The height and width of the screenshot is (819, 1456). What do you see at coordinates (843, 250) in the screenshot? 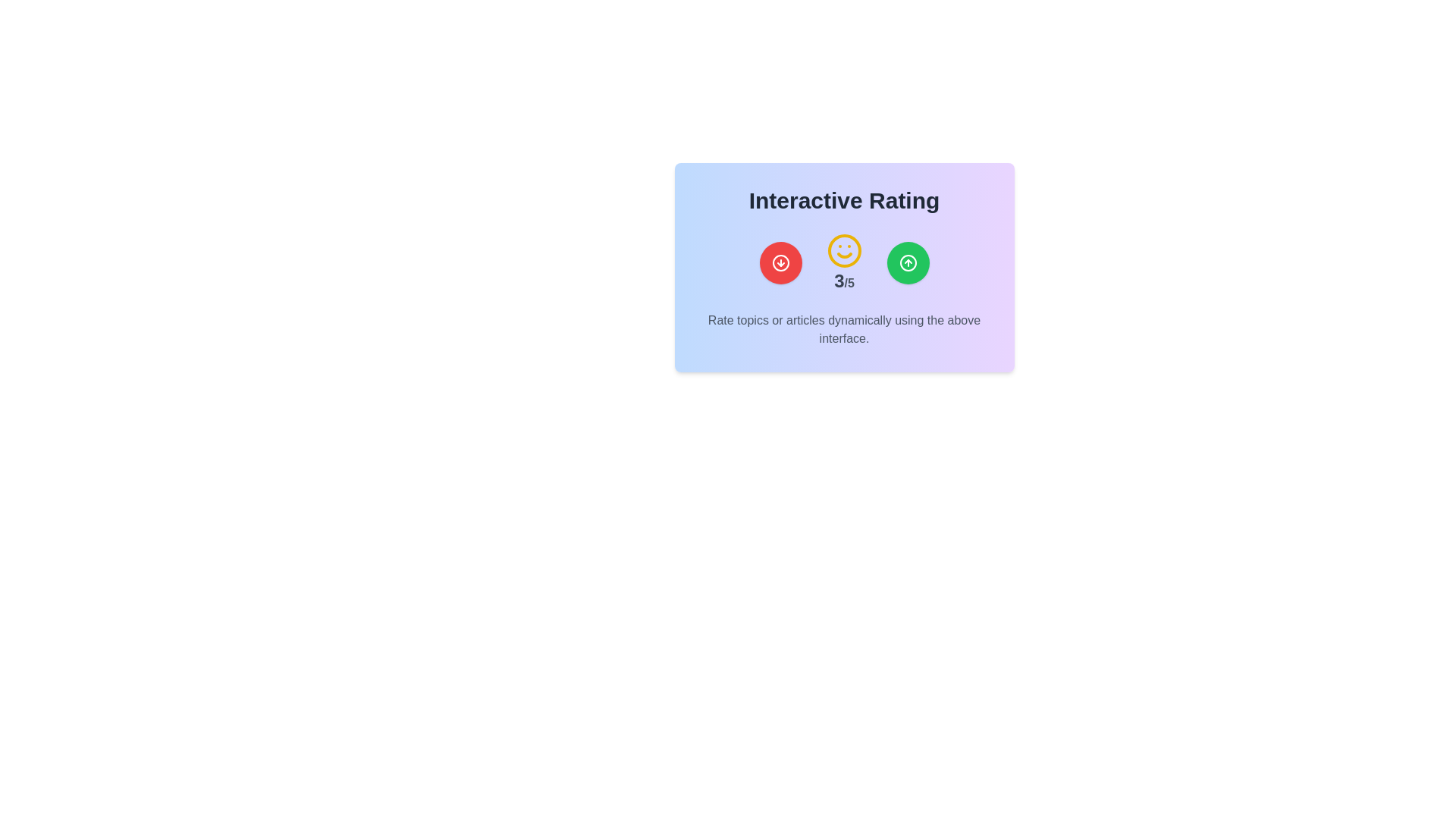
I see `the neutral smiley icon representing the average rating in the interactive rating system, located above the numerical rating '3/5'` at bounding box center [843, 250].